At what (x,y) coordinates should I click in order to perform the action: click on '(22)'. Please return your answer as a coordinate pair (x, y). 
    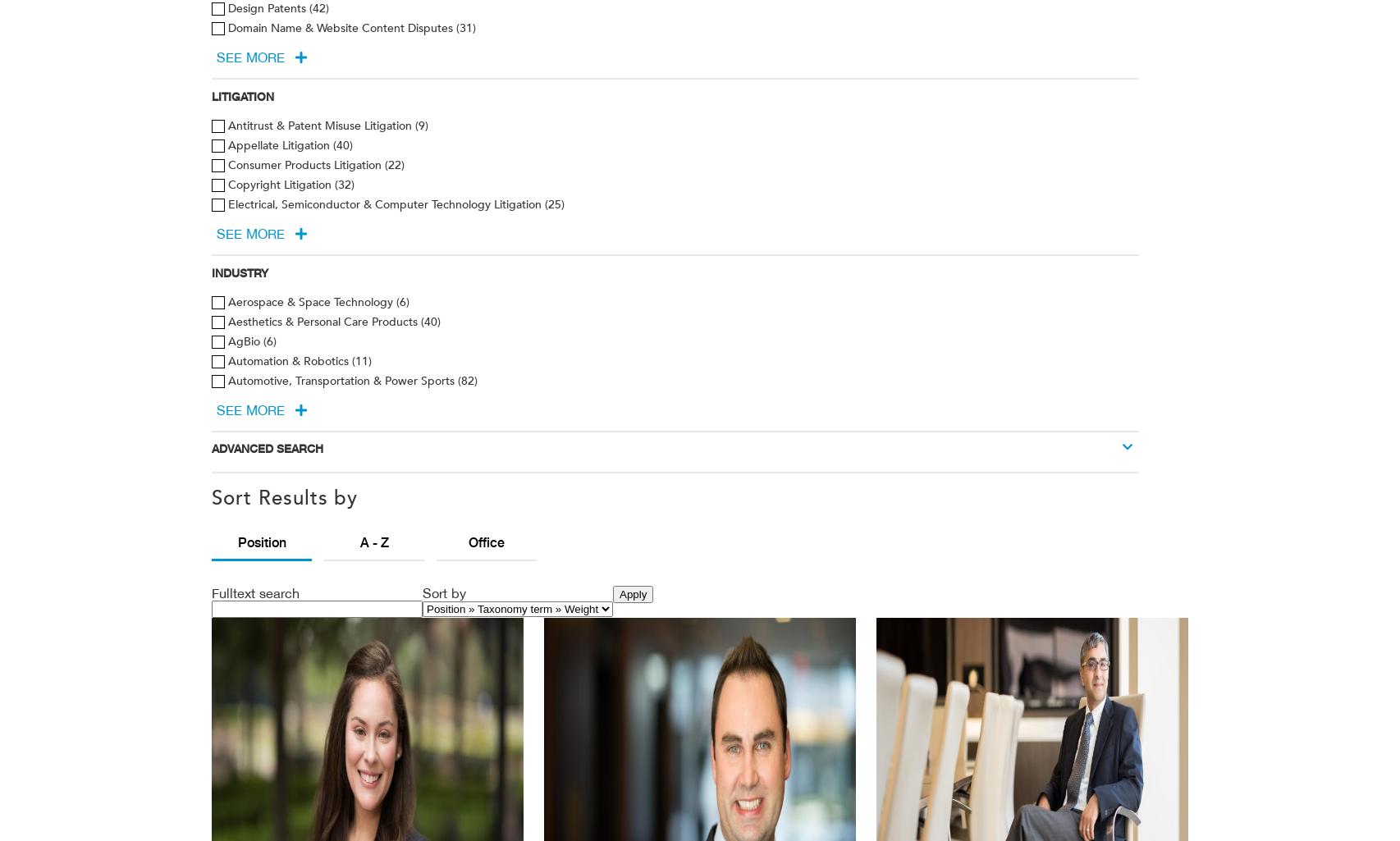
    Looking at the image, I should click on (393, 164).